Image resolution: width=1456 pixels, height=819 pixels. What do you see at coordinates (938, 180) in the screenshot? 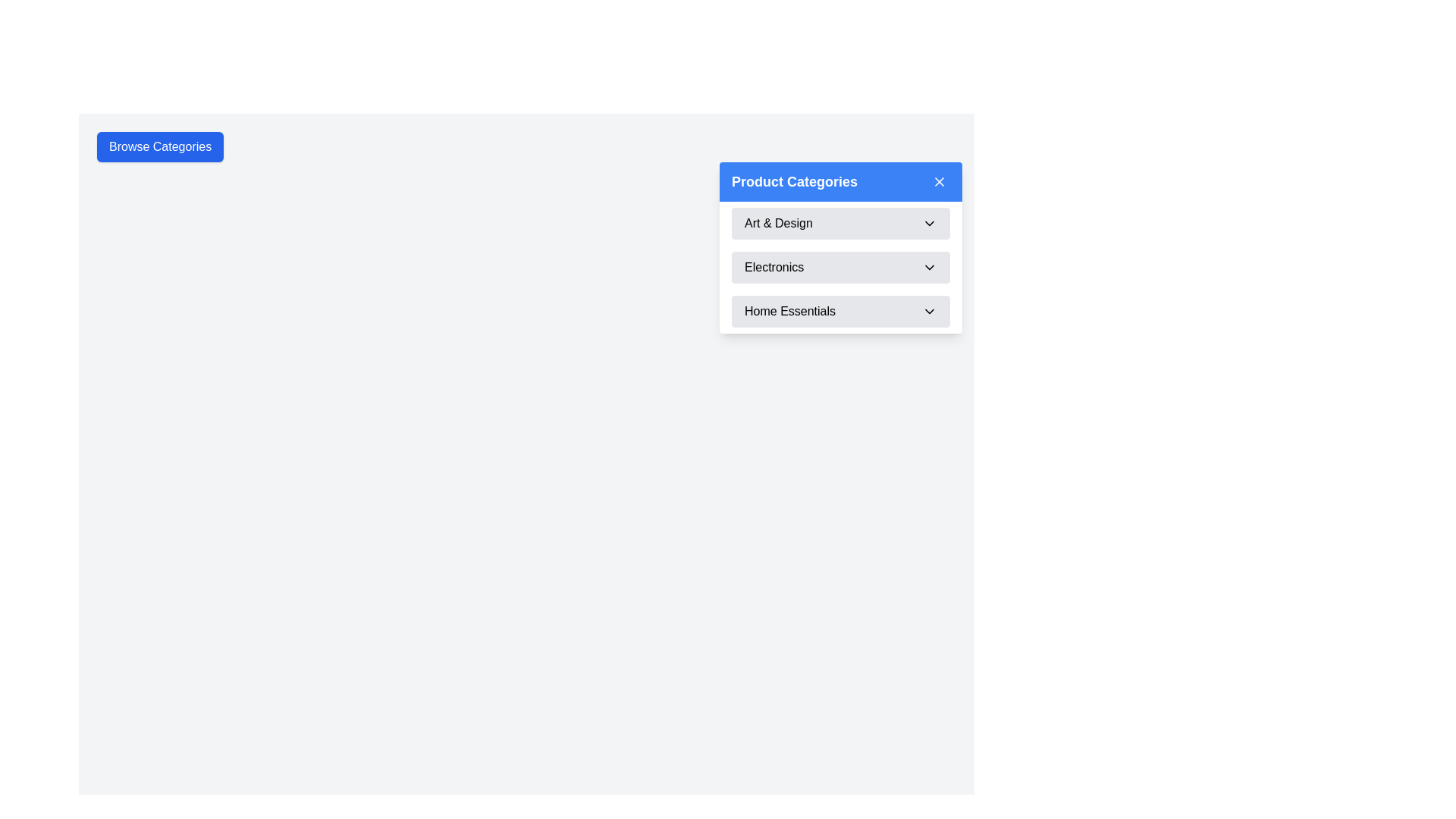
I see `the 'X' icon in the upper right corner of the blue 'Product Categories' toolbar` at bounding box center [938, 180].